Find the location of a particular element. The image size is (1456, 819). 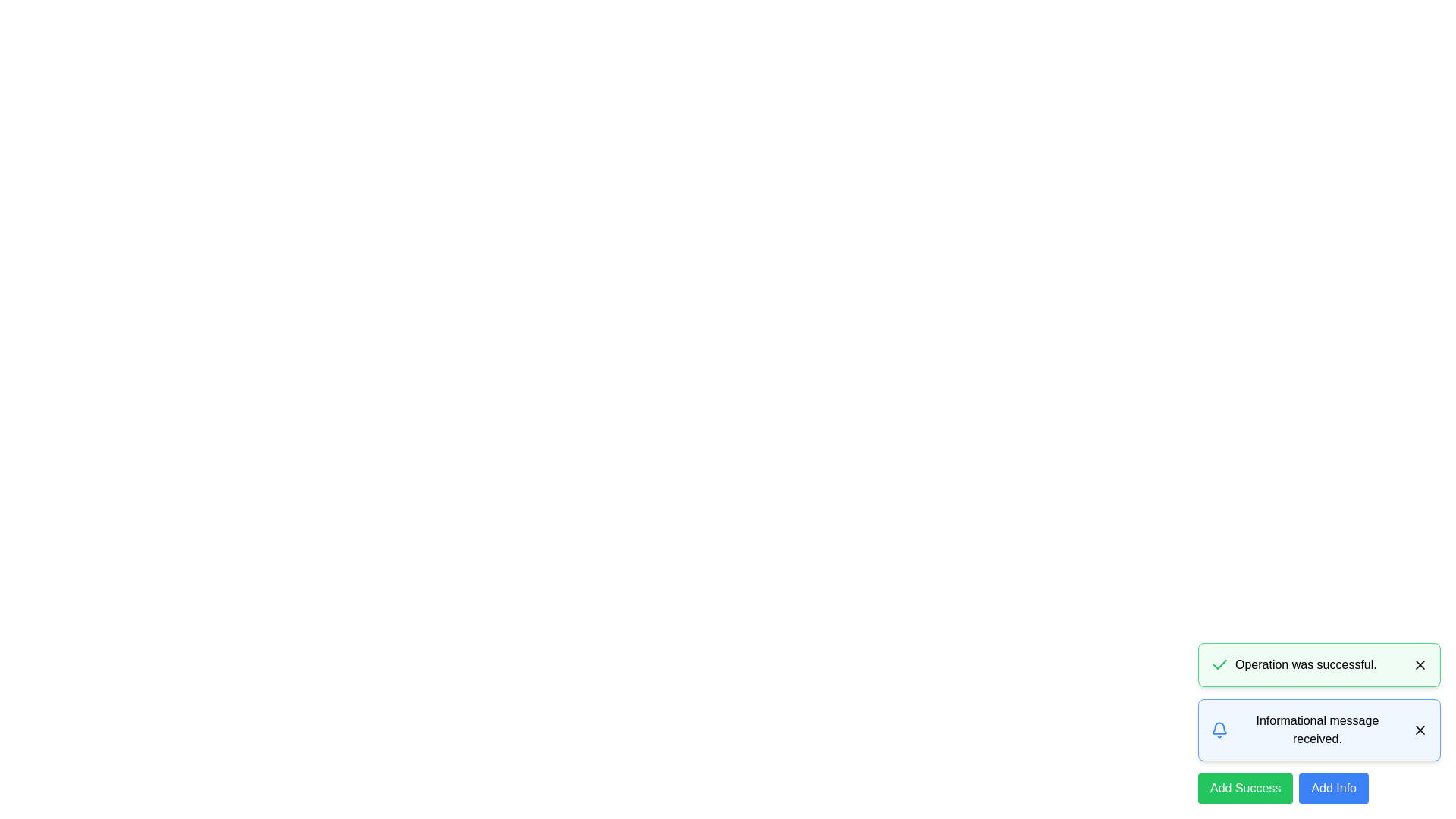

the 'X' button located in the top-right corner of the blue notification box is located at coordinates (1419, 730).